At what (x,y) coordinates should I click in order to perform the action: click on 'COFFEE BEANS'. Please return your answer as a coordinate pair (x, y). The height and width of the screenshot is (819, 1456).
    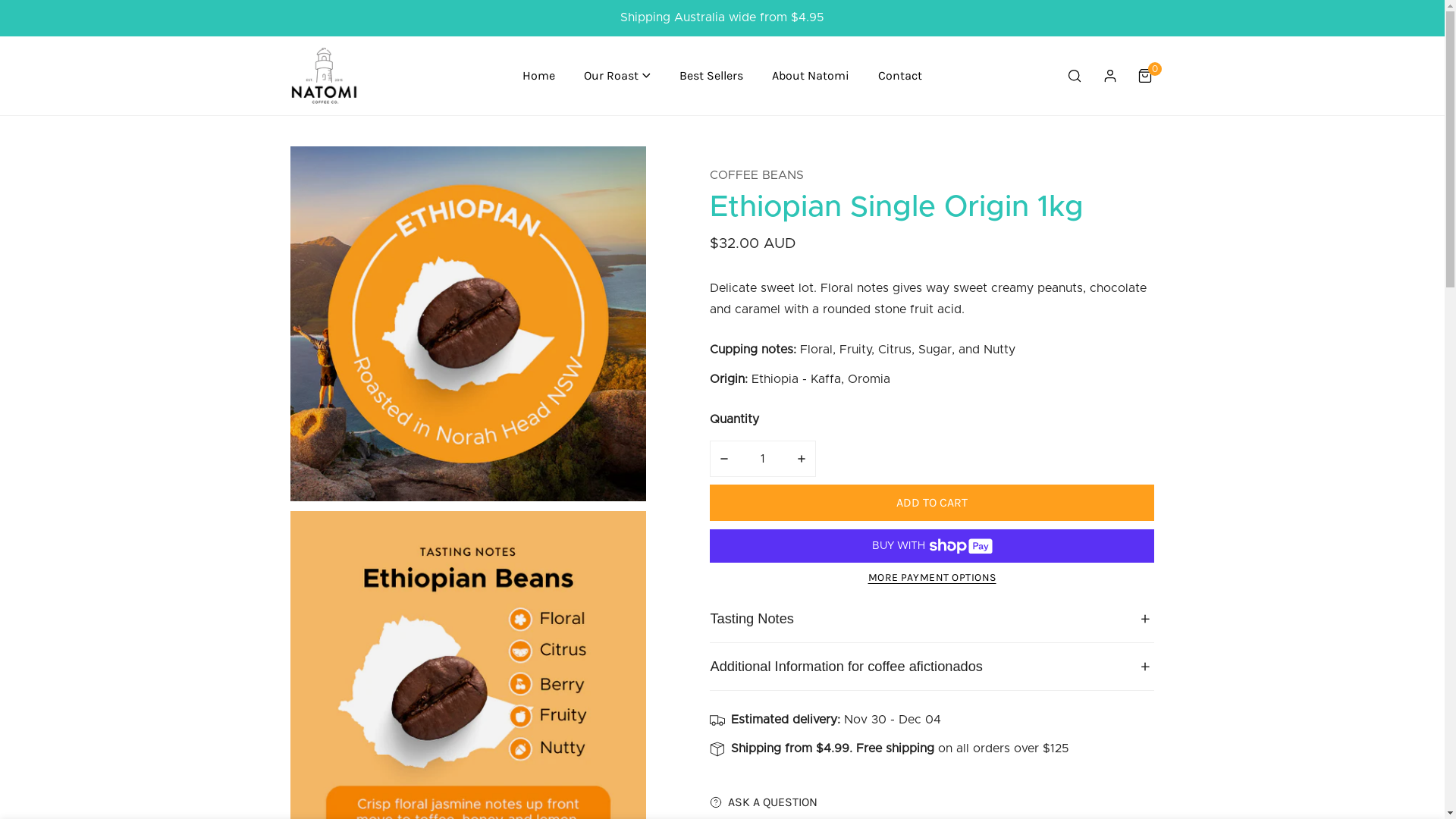
    Looking at the image, I should click on (757, 174).